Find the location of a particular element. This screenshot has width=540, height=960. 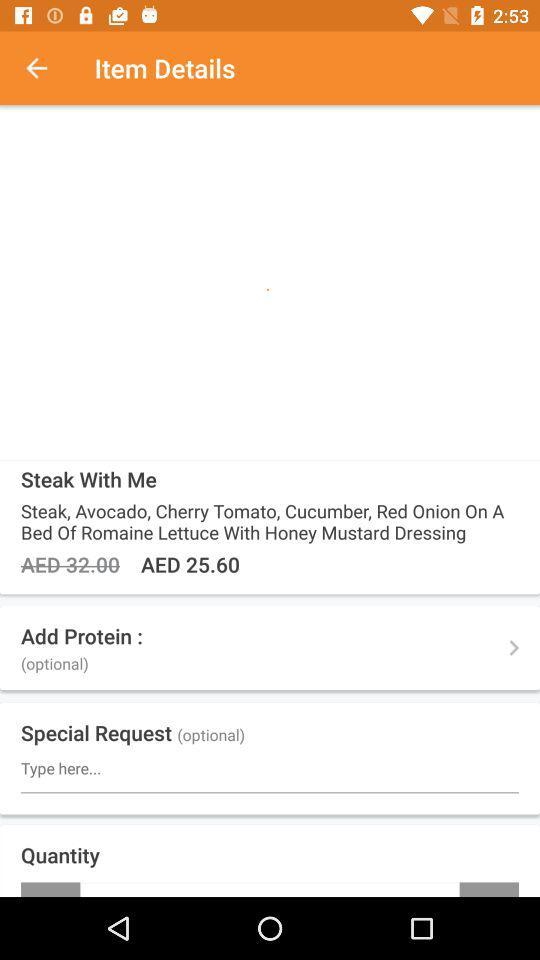

the item to the left of the + icon is located at coordinates (50, 888).